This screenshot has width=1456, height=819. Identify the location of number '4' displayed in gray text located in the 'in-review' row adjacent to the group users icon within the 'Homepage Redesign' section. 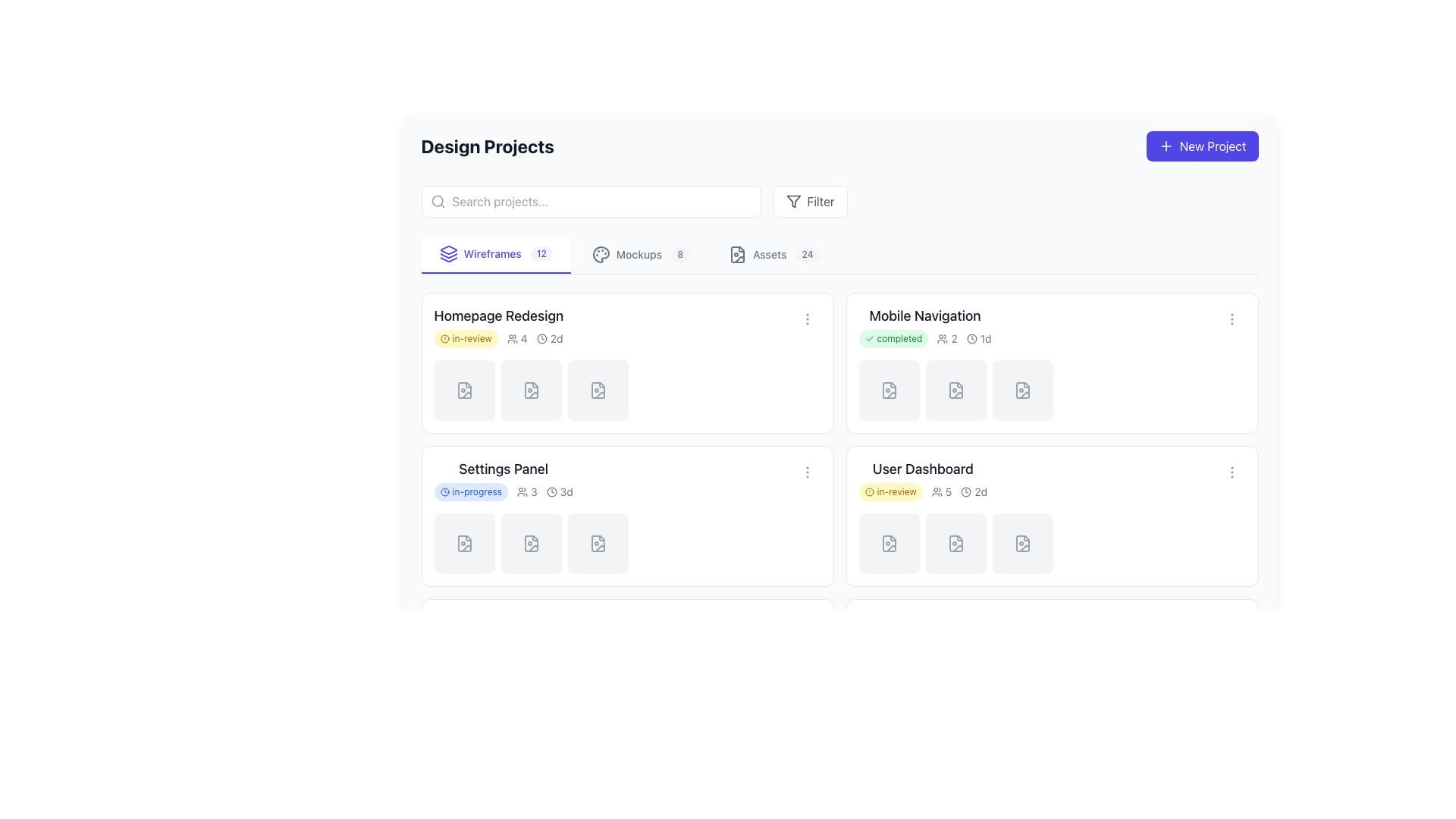
(517, 338).